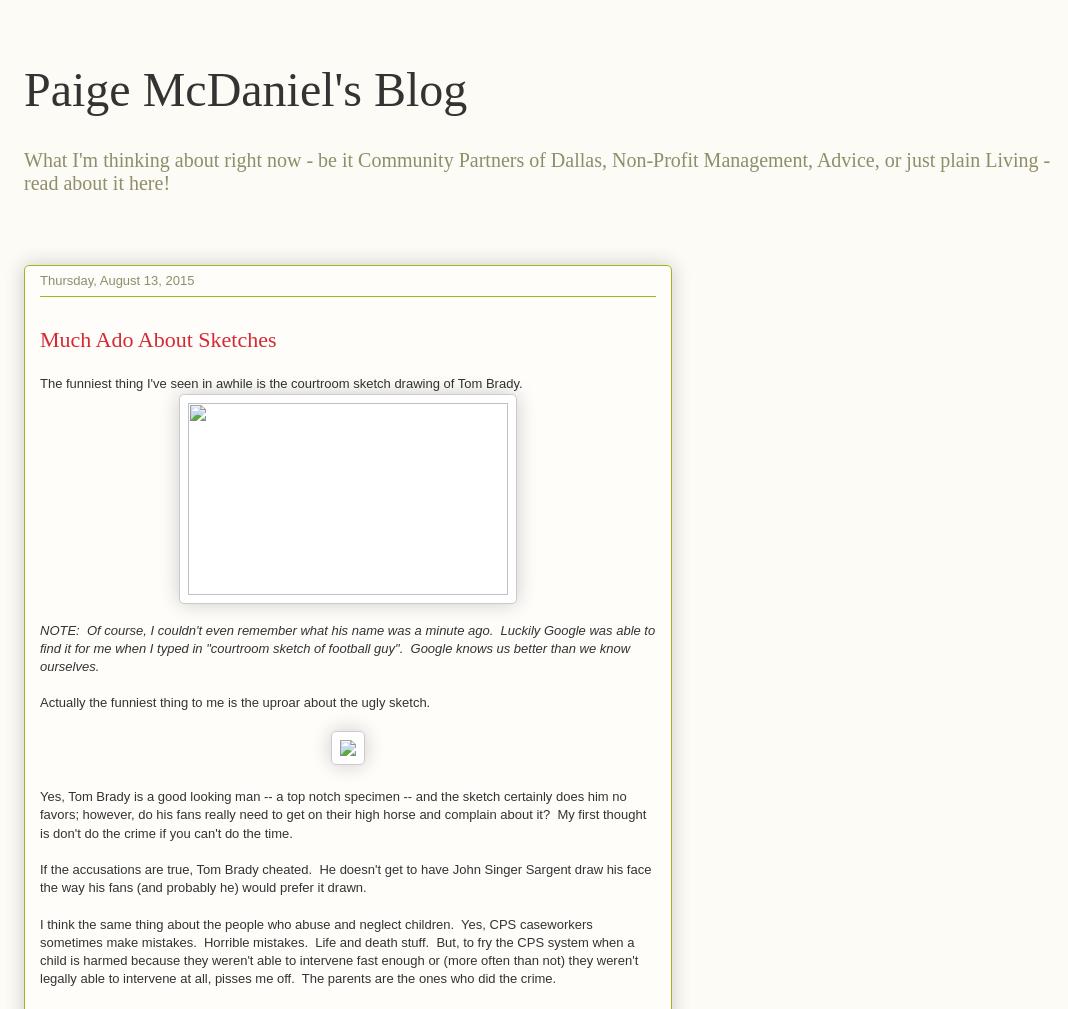  What do you see at coordinates (234, 702) in the screenshot?
I see `'Actually the funniest thing to me is the uproar about the ugly sketch.'` at bounding box center [234, 702].